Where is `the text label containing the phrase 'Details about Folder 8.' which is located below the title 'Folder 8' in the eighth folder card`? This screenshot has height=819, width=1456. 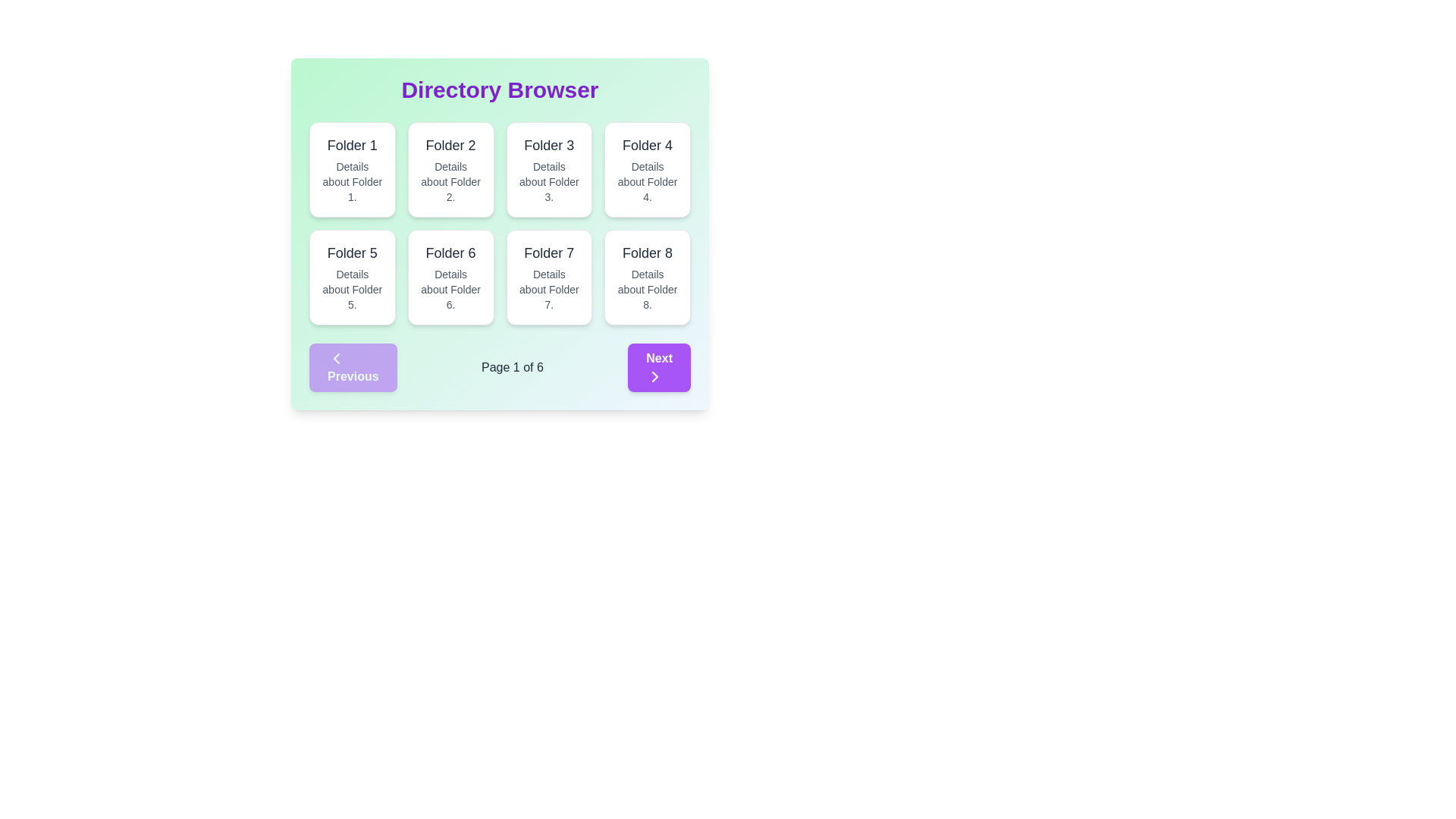
the text label containing the phrase 'Details about Folder 8.' which is located below the title 'Folder 8' in the eighth folder card is located at coordinates (648, 289).